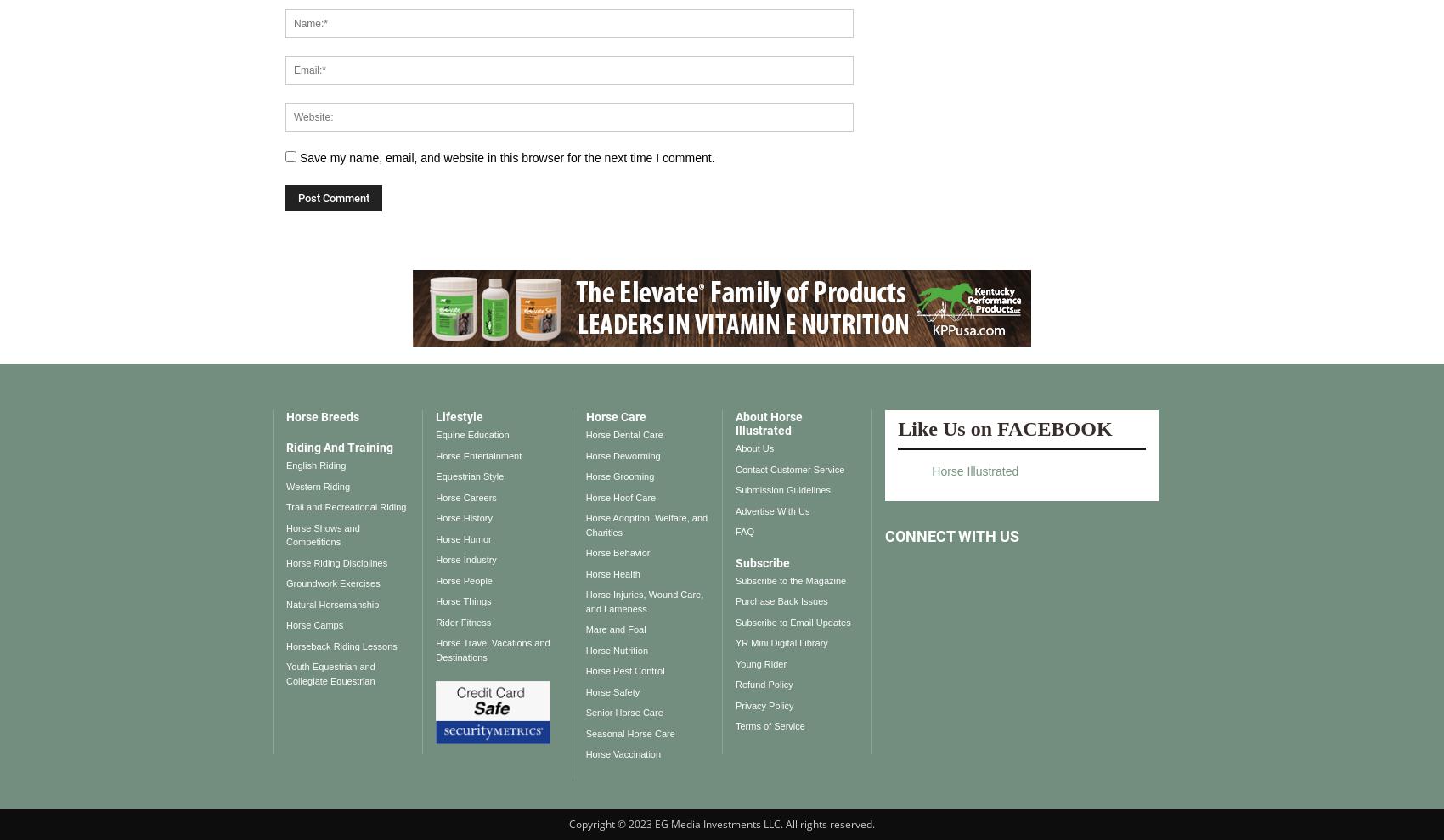  What do you see at coordinates (1004, 428) in the screenshot?
I see `'Like Us on FACEBOOK'` at bounding box center [1004, 428].